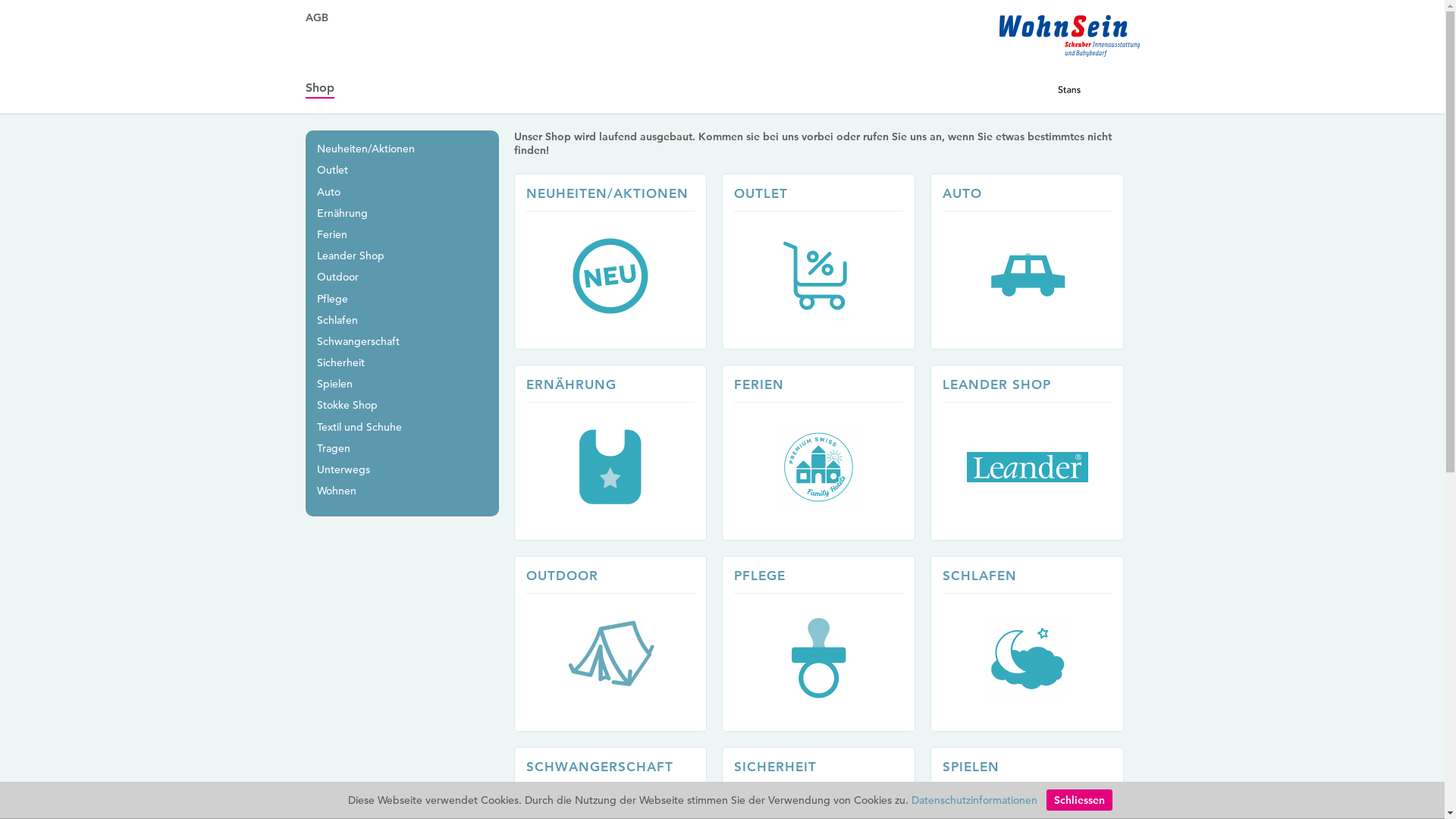  I want to click on 'PFLEGE', so click(720, 643).